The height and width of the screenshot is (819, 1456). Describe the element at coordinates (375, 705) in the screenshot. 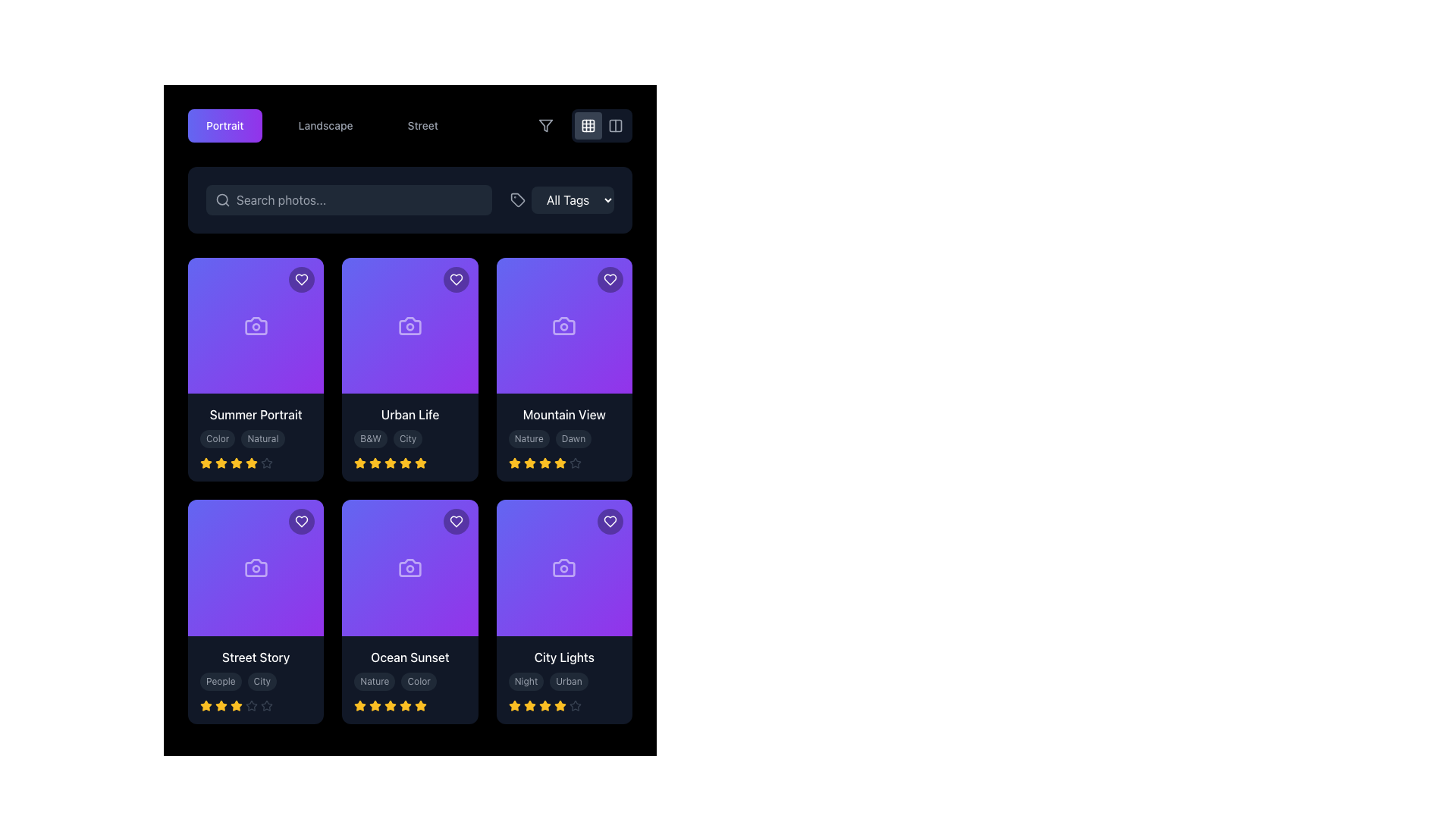

I see `the fourth yellow star icon in the rating system below the 'Ocean Sunset' card` at that location.